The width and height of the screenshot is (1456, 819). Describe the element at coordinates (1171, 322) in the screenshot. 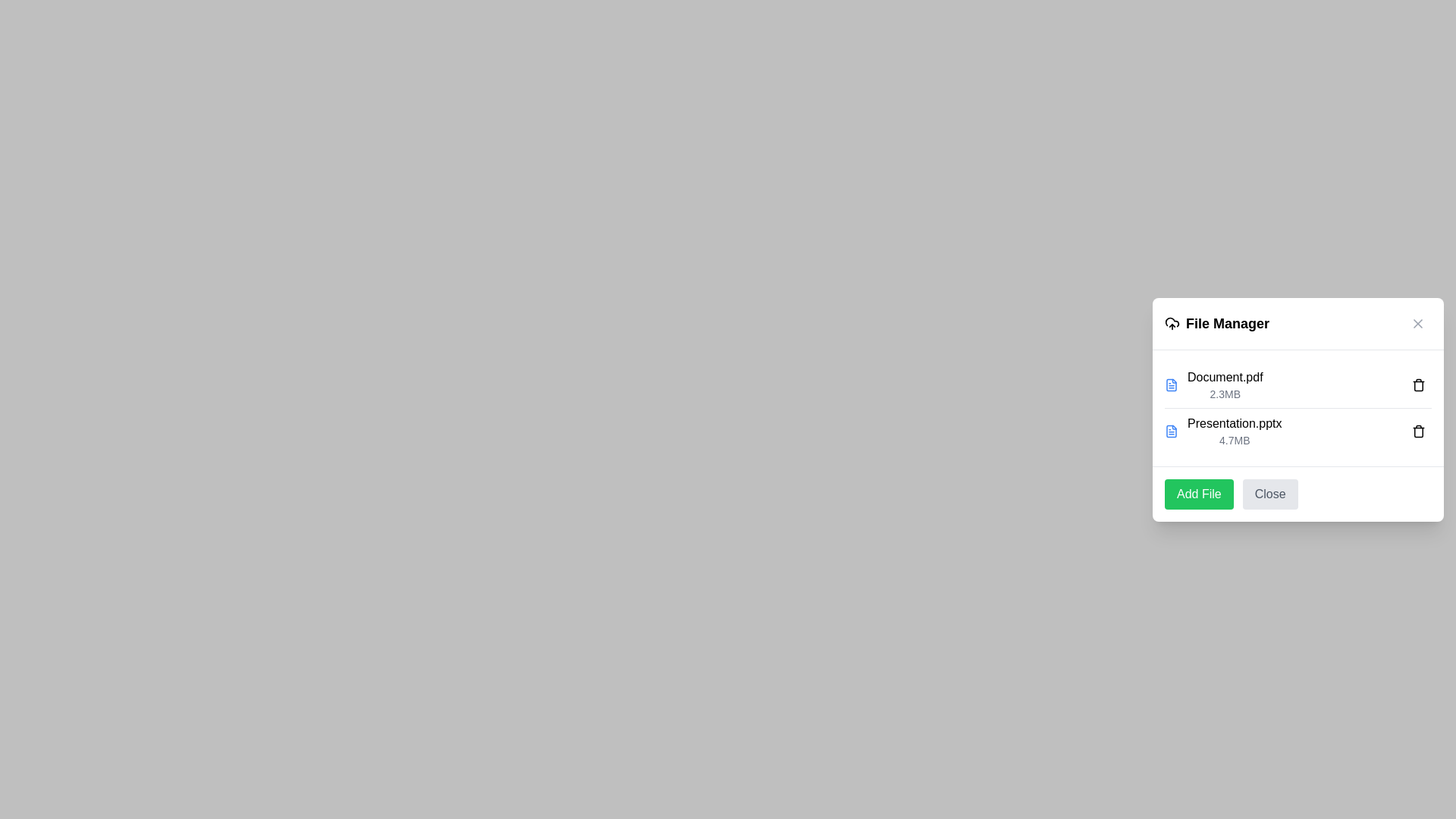

I see `the cloud upload icon located to the left of the 'File Manager' heading in the title bar of the modal` at that location.